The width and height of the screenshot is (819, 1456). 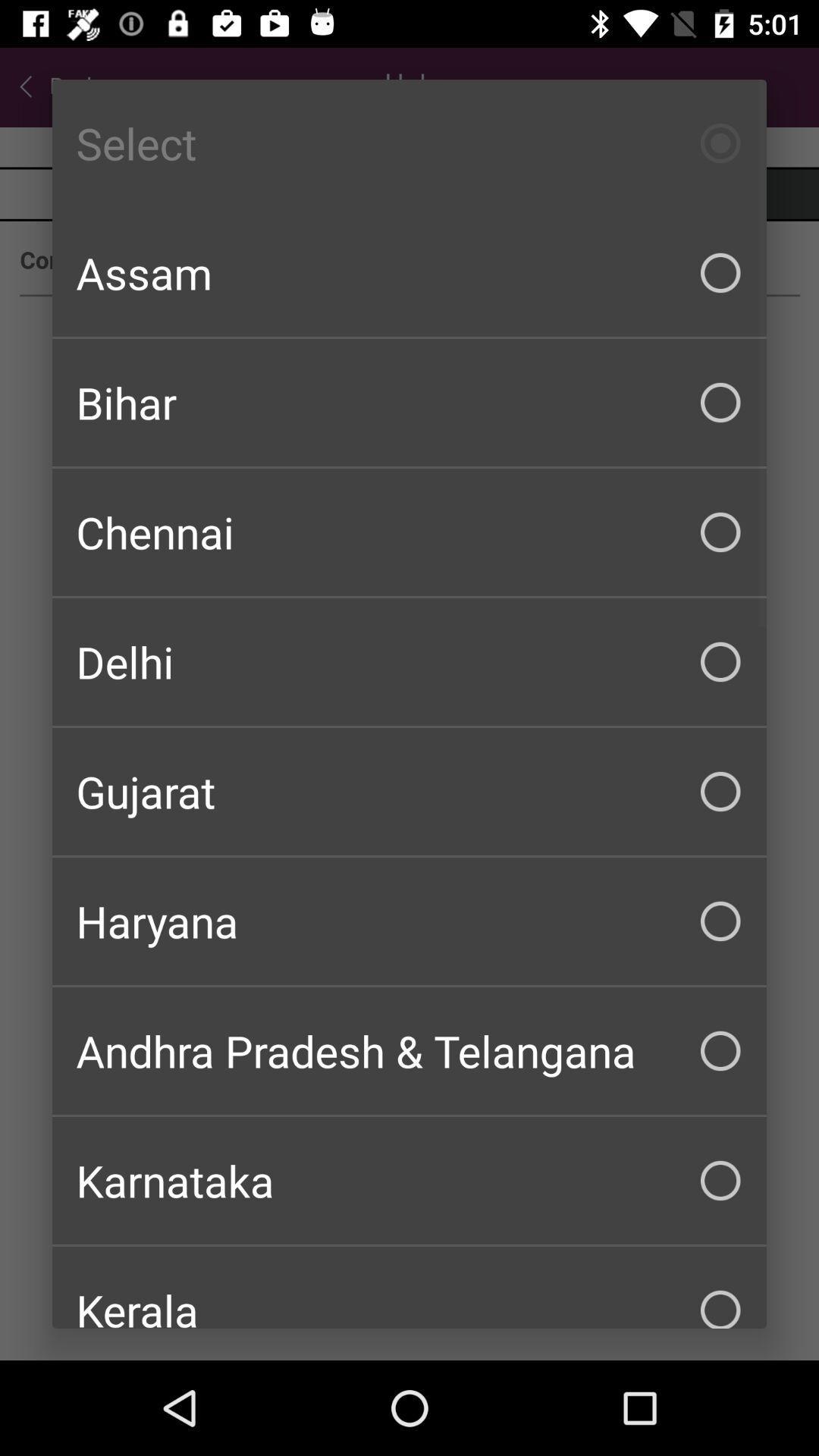 I want to click on checkbox below the delhi, so click(x=409, y=790).